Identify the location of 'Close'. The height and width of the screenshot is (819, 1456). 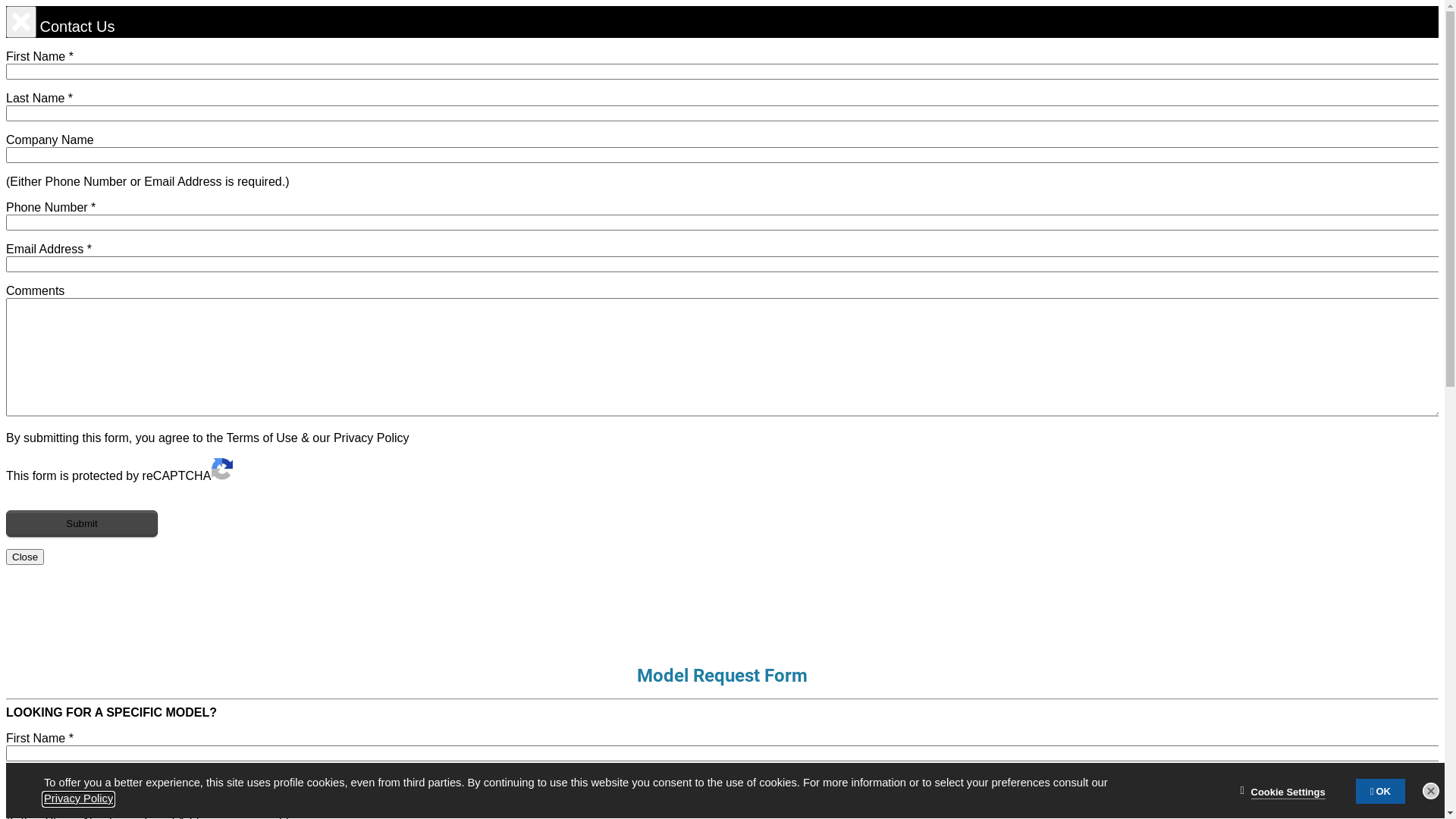
(6, 557).